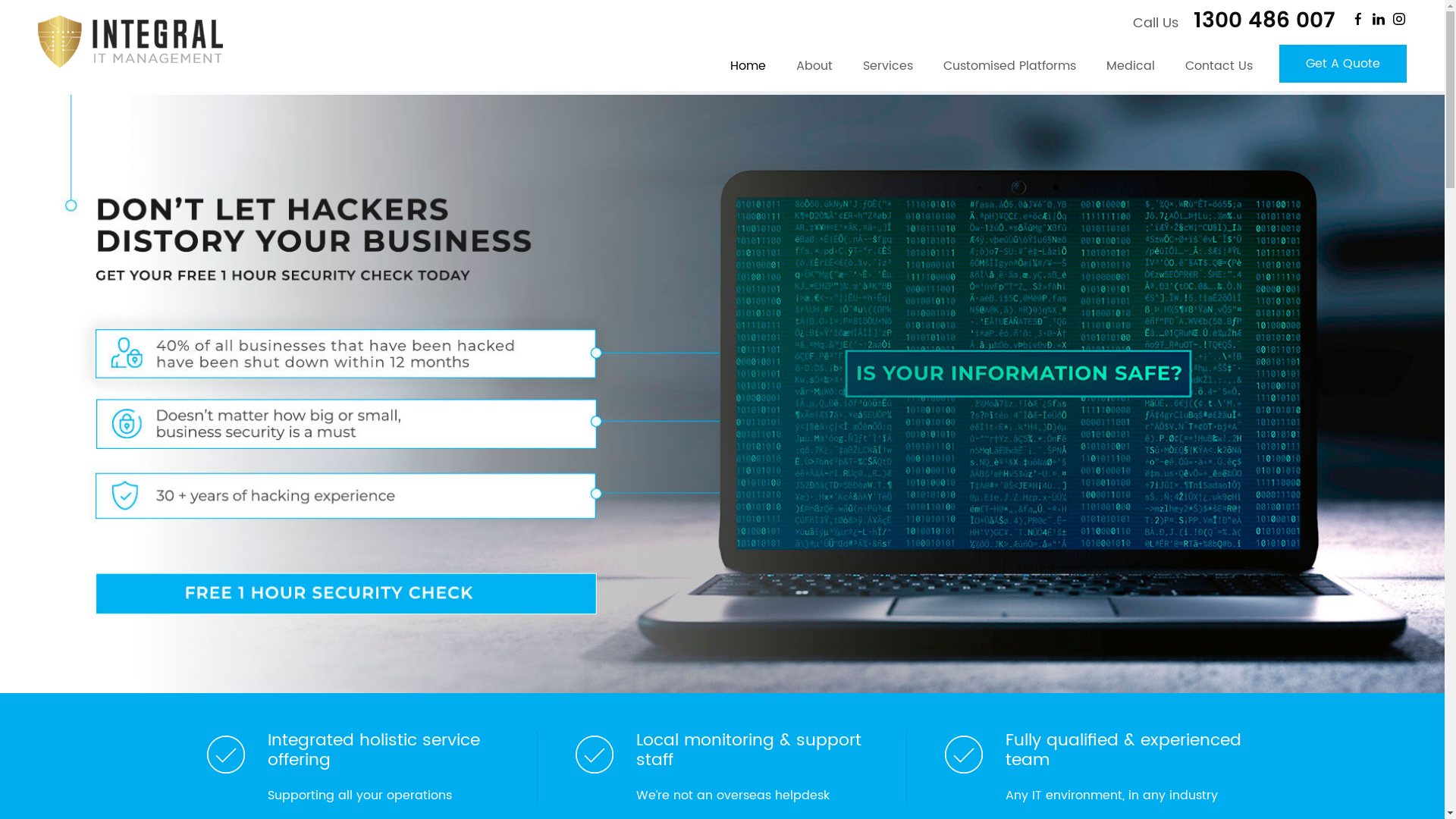 The width and height of the screenshot is (1456, 819). What do you see at coordinates (1219, 70) in the screenshot?
I see `'Contact Us'` at bounding box center [1219, 70].